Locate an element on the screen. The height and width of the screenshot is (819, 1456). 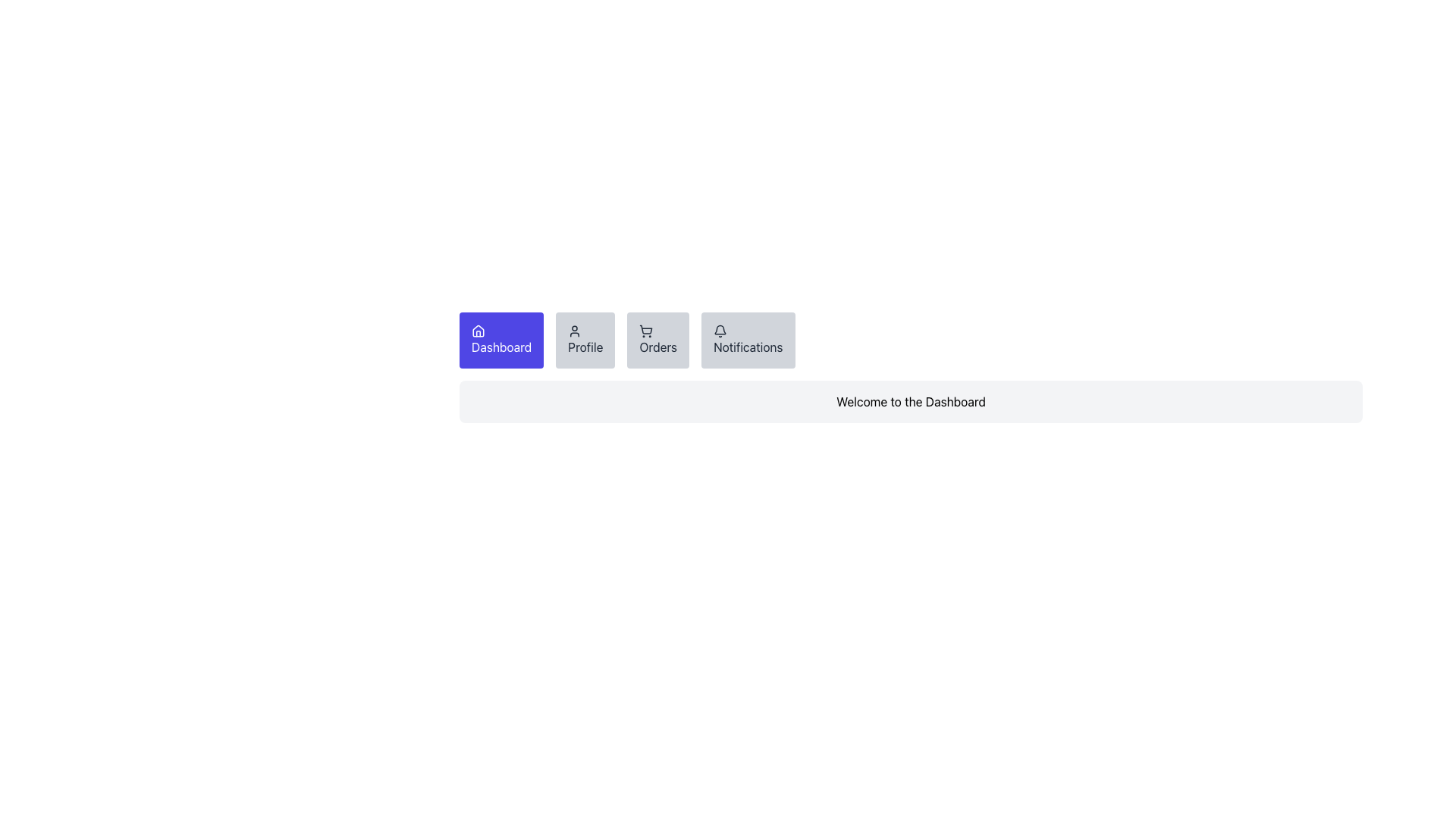
the notification icon located within the 'Notifications' button, which is horizontally aligned with other icons such as 'Dashboard,' 'Profile,' and 'Orders.' is located at coordinates (720, 330).